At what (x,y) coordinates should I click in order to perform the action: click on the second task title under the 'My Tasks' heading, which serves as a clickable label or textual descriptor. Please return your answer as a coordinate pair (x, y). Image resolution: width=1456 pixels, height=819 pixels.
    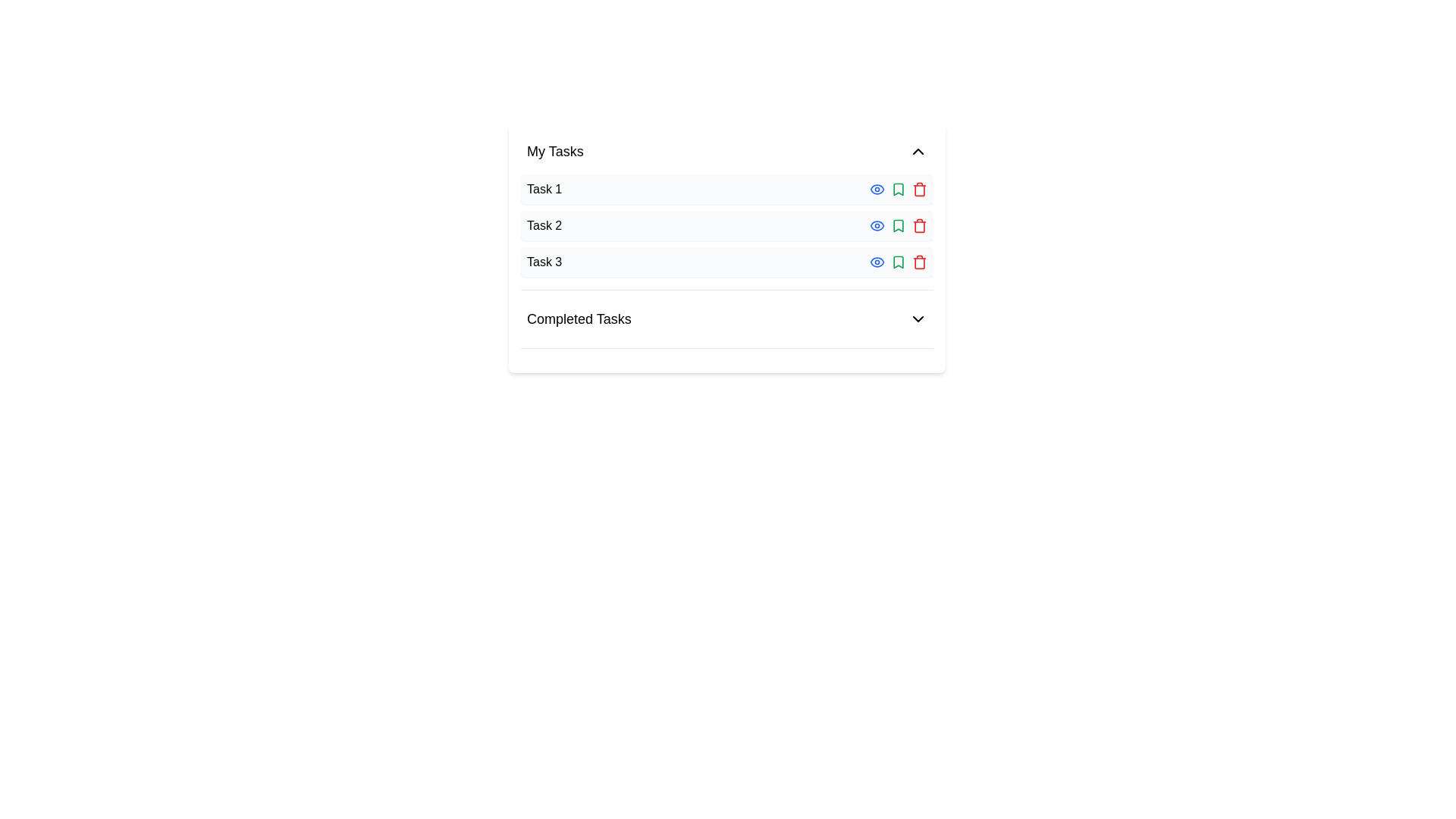
    Looking at the image, I should click on (544, 225).